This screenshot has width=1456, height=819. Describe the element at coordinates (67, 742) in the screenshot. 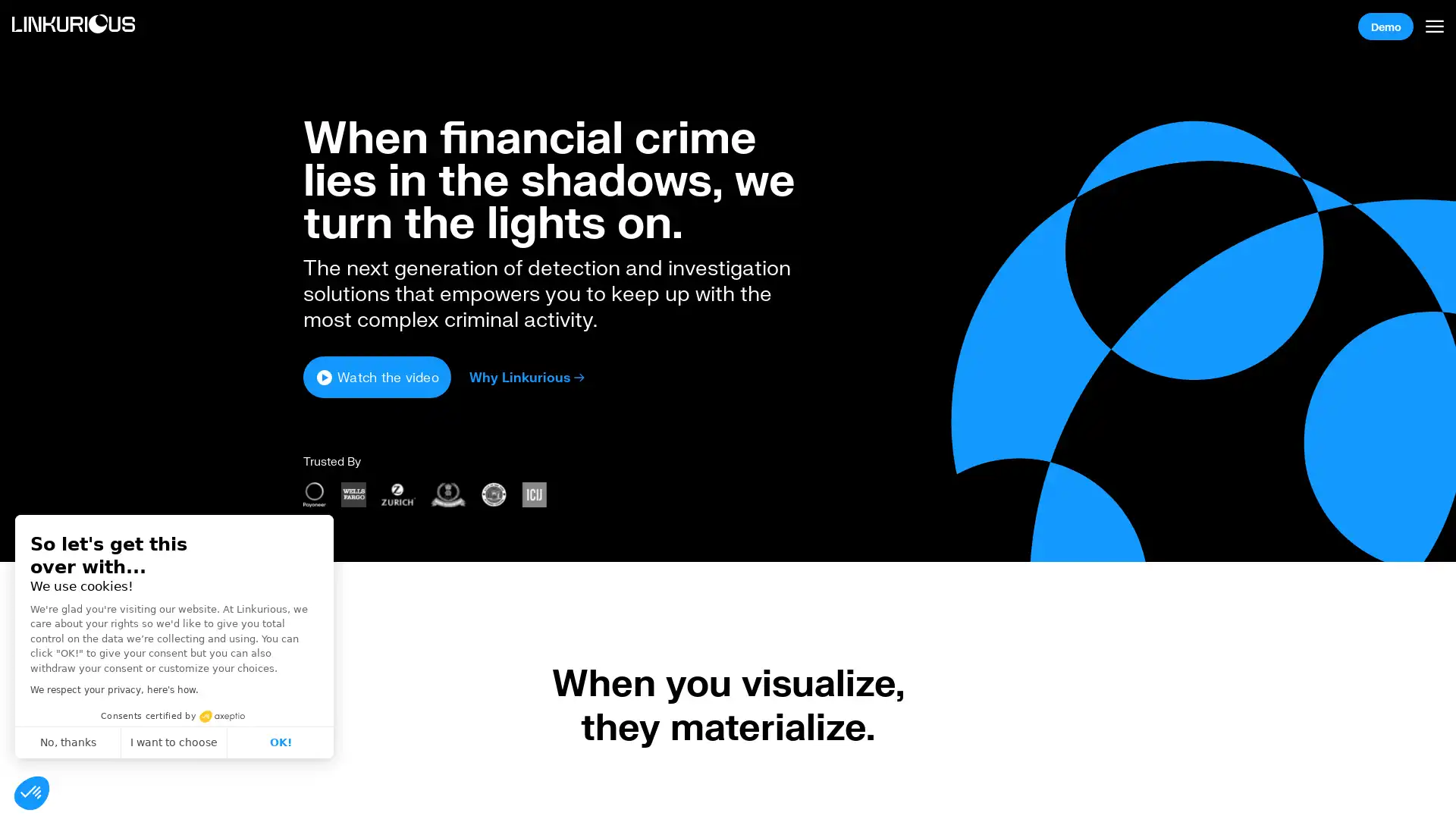

I see `No, thanks` at that location.